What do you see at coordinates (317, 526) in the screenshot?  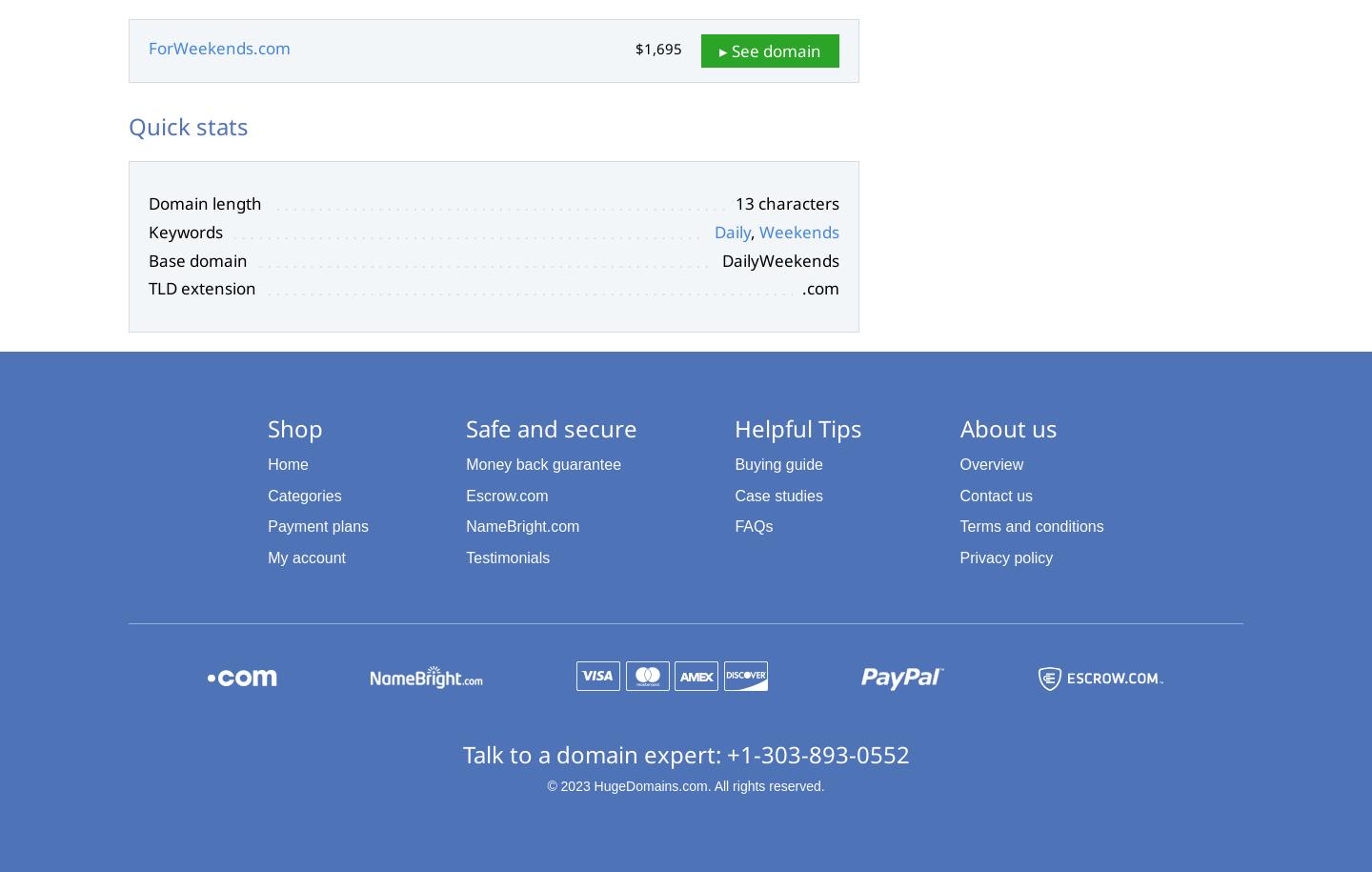 I see `'Payment plans'` at bounding box center [317, 526].